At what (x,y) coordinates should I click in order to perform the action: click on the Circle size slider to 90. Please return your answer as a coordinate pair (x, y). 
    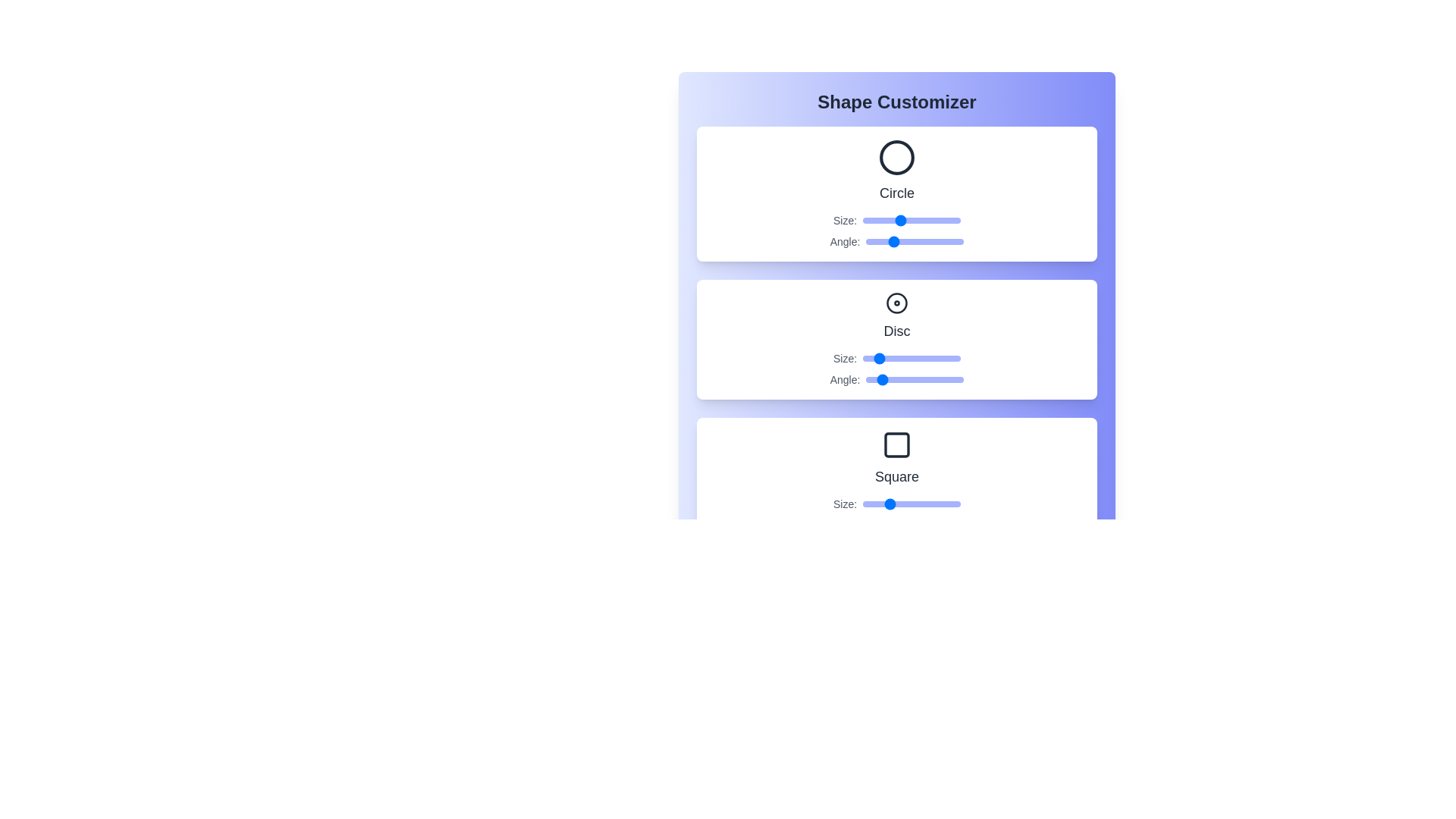
    Looking at the image, I should click on (947, 220).